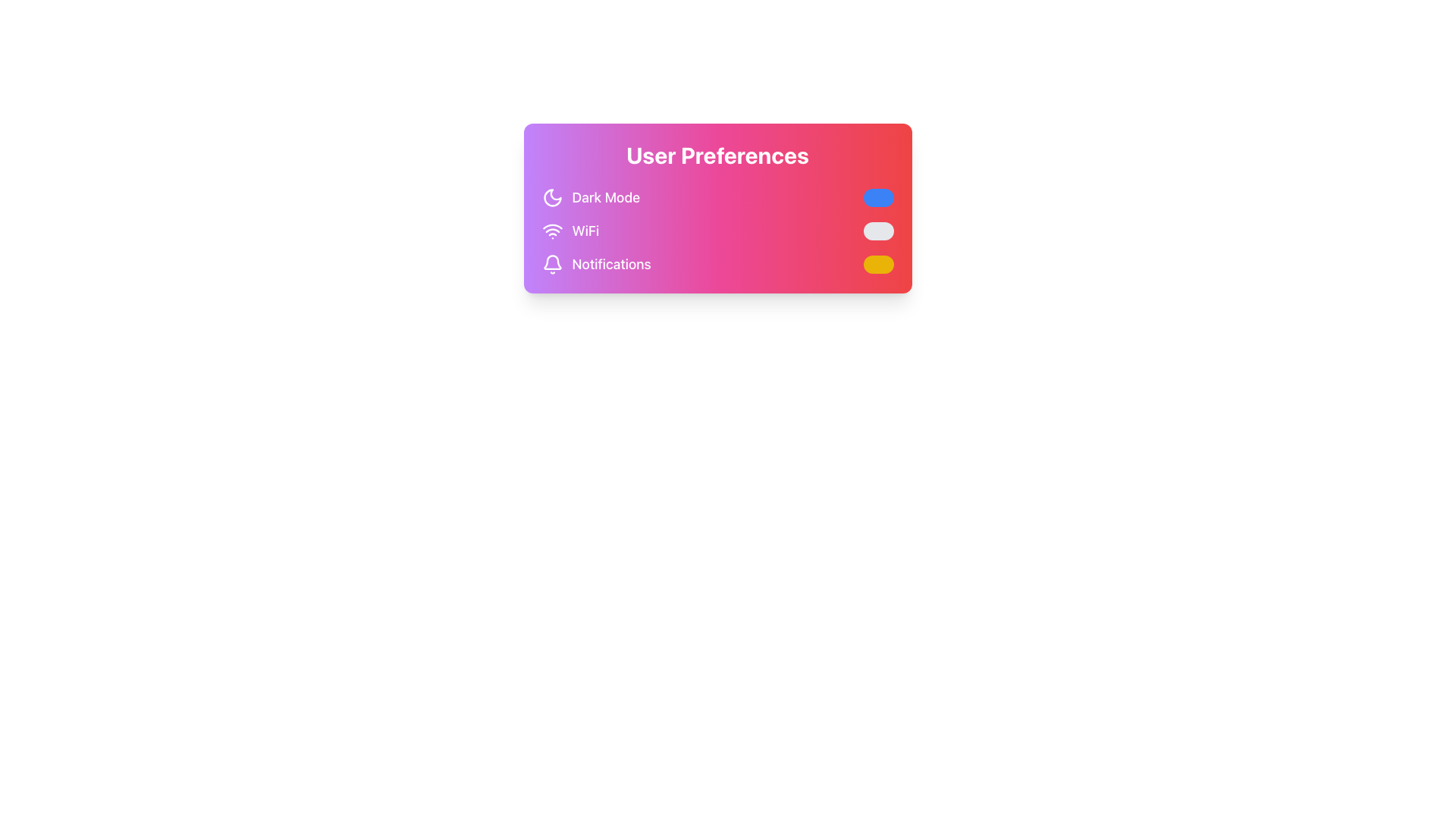 Image resolution: width=1456 pixels, height=819 pixels. Describe the element at coordinates (590, 197) in the screenshot. I see `the 'Dark Mode' label with crescent moon icon, located at the top of the settings options list` at that location.